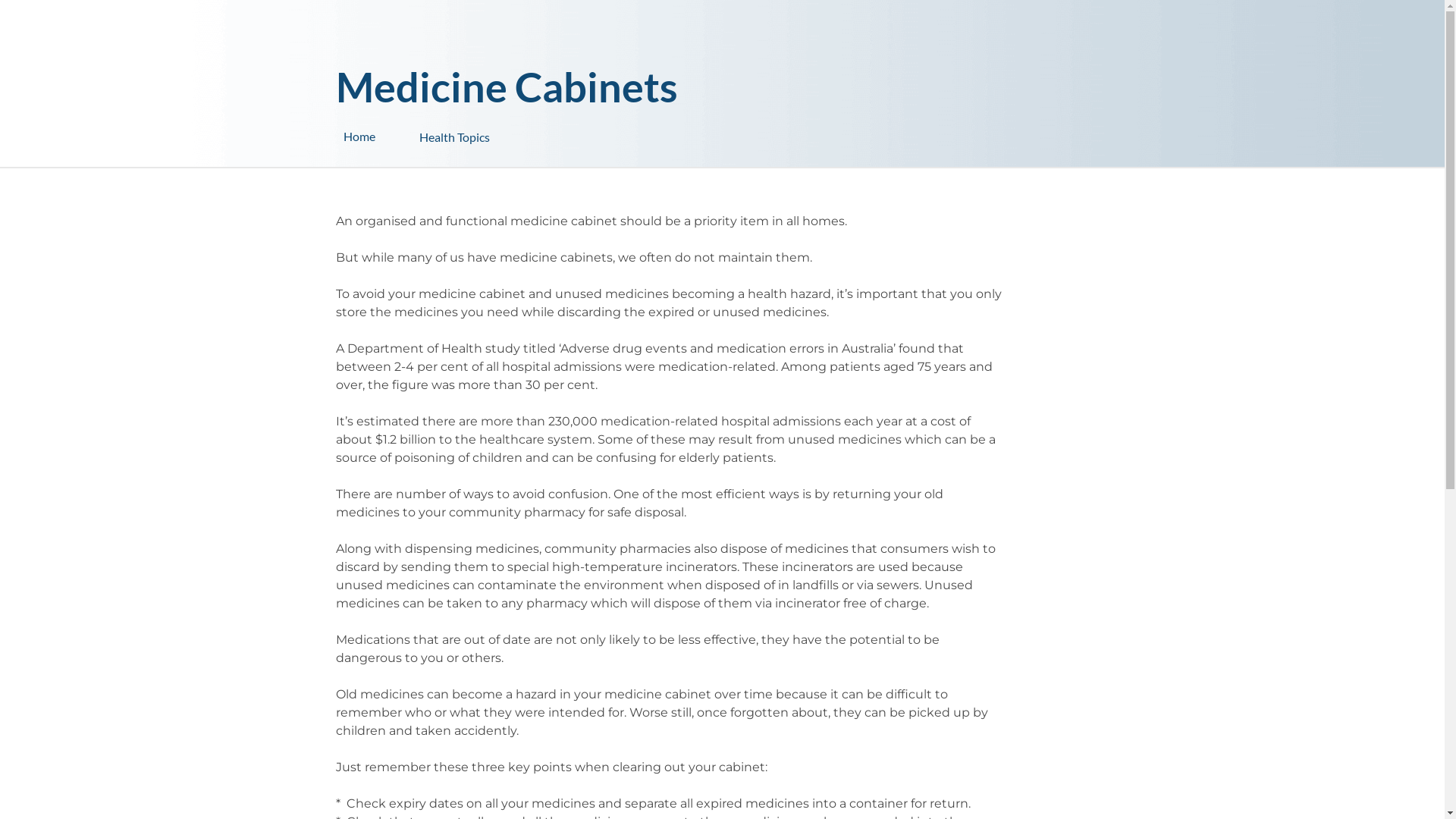 This screenshot has height=819, width=1456. What do you see at coordinates (381, 136) in the screenshot?
I see `'Home'` at bounding box center [381, 136].